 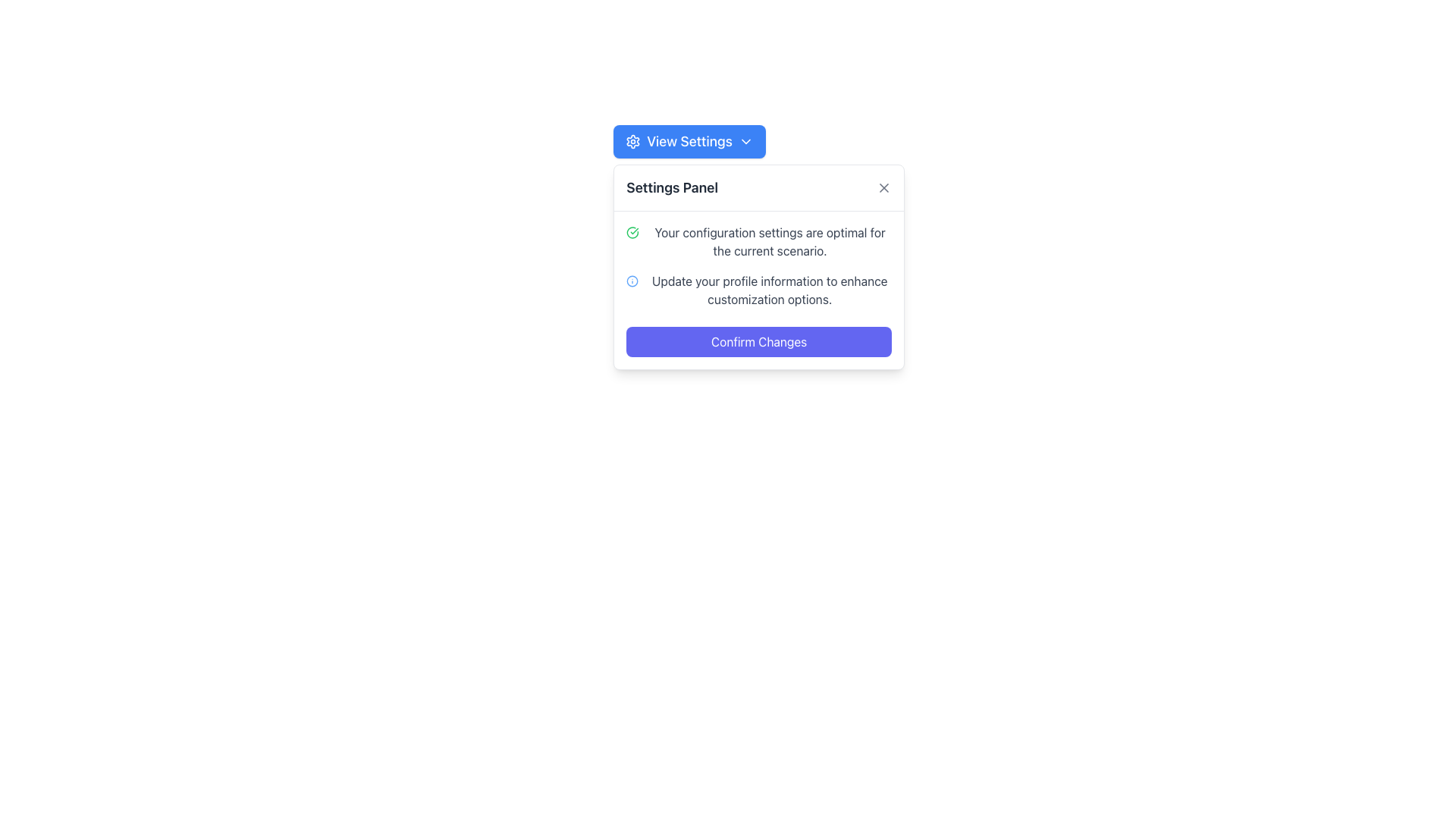 What do you see at coordinates (632, 281) in the screenshot?
I see `the circular icon with a blue outline and an exclamation mark in the center, located at the beginning of a row explaining customization options` at bounding box center [632, 281].